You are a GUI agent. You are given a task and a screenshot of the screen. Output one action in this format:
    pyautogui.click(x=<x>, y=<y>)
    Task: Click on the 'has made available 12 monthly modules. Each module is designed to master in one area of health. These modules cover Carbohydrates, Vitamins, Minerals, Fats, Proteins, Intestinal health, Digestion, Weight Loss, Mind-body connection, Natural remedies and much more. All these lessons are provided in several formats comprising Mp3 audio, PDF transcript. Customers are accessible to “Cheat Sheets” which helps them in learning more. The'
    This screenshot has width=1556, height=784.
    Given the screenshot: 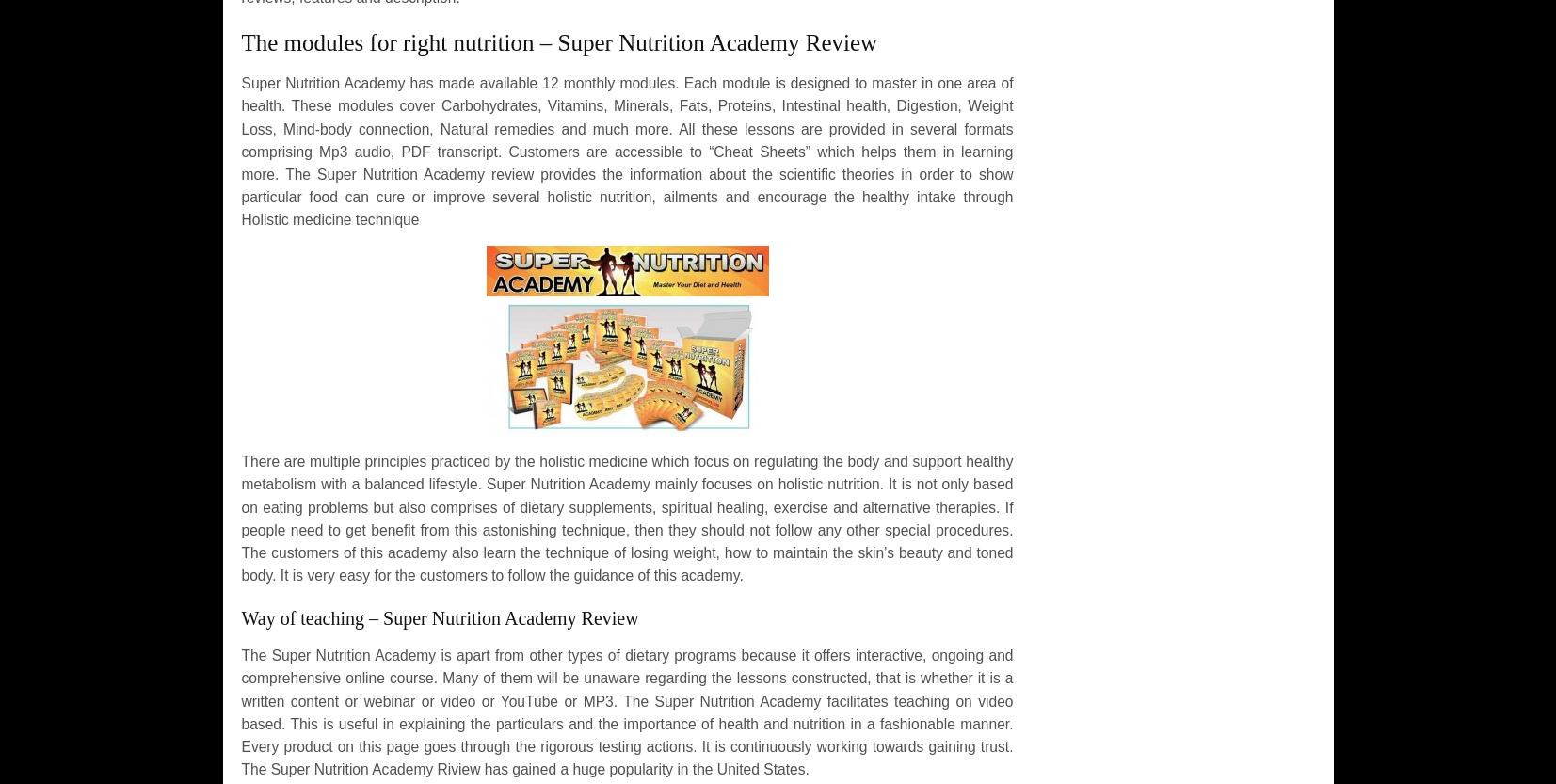 What is the action you would take?
    pyautogui.click(x=240, y=128)
    